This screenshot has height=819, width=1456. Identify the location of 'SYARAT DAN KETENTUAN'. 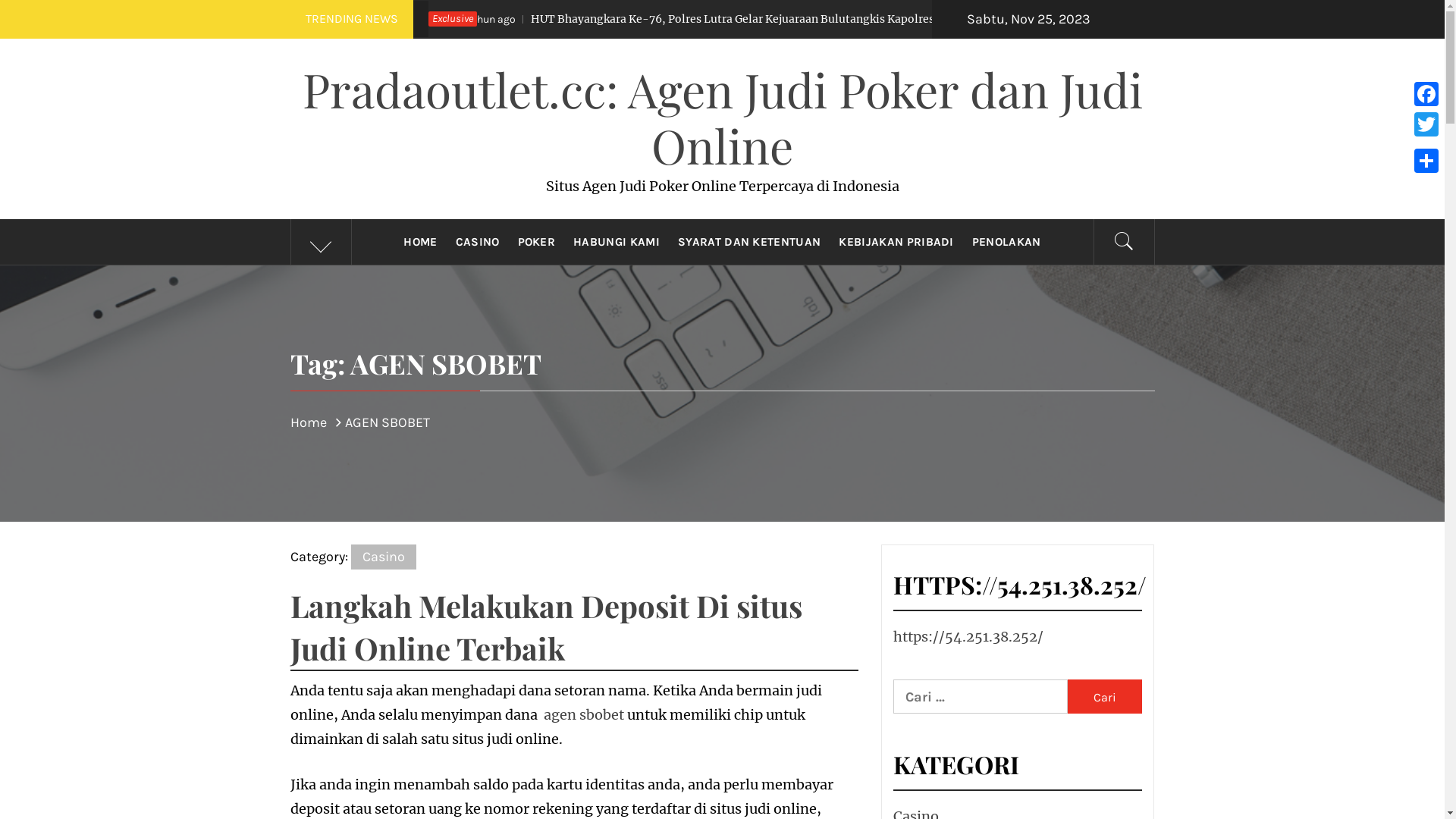
(749, 241).